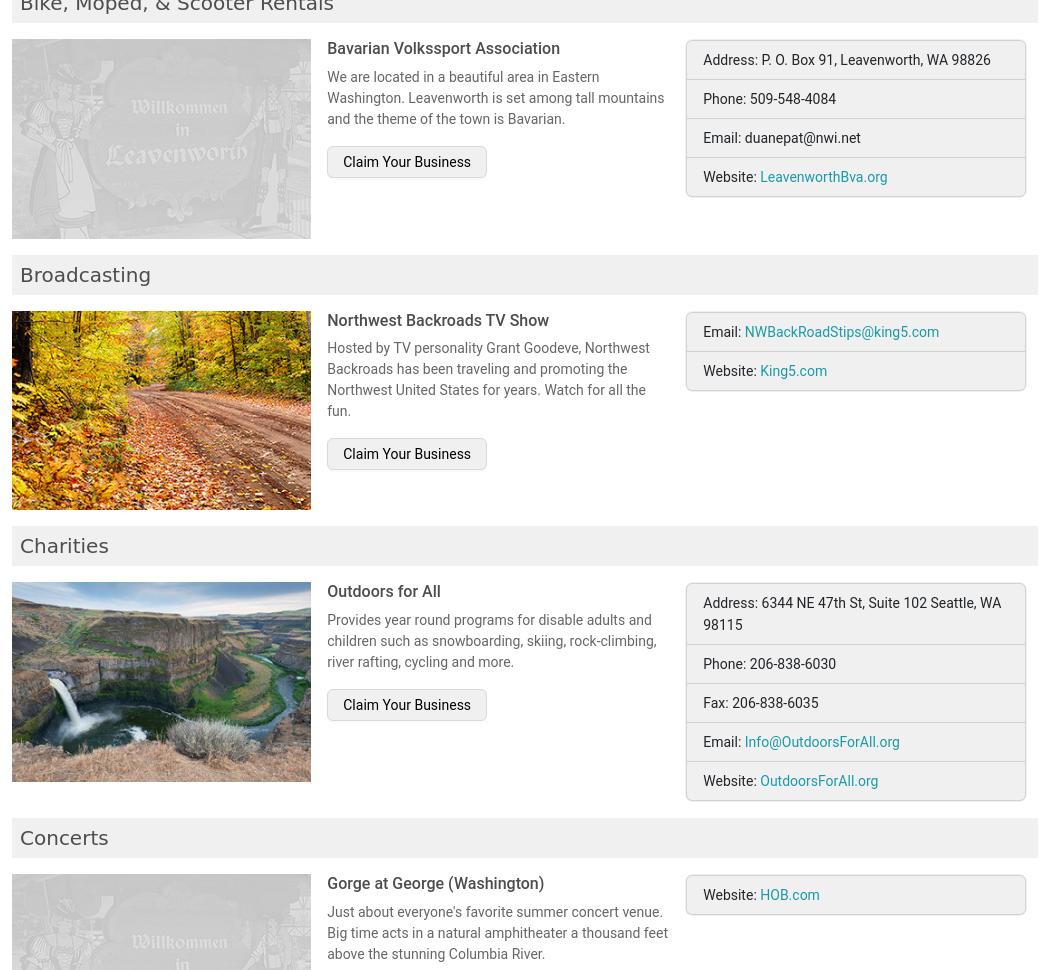 This screenshot has height=970, width=1050. I want to click on '-', so click(598, 295).